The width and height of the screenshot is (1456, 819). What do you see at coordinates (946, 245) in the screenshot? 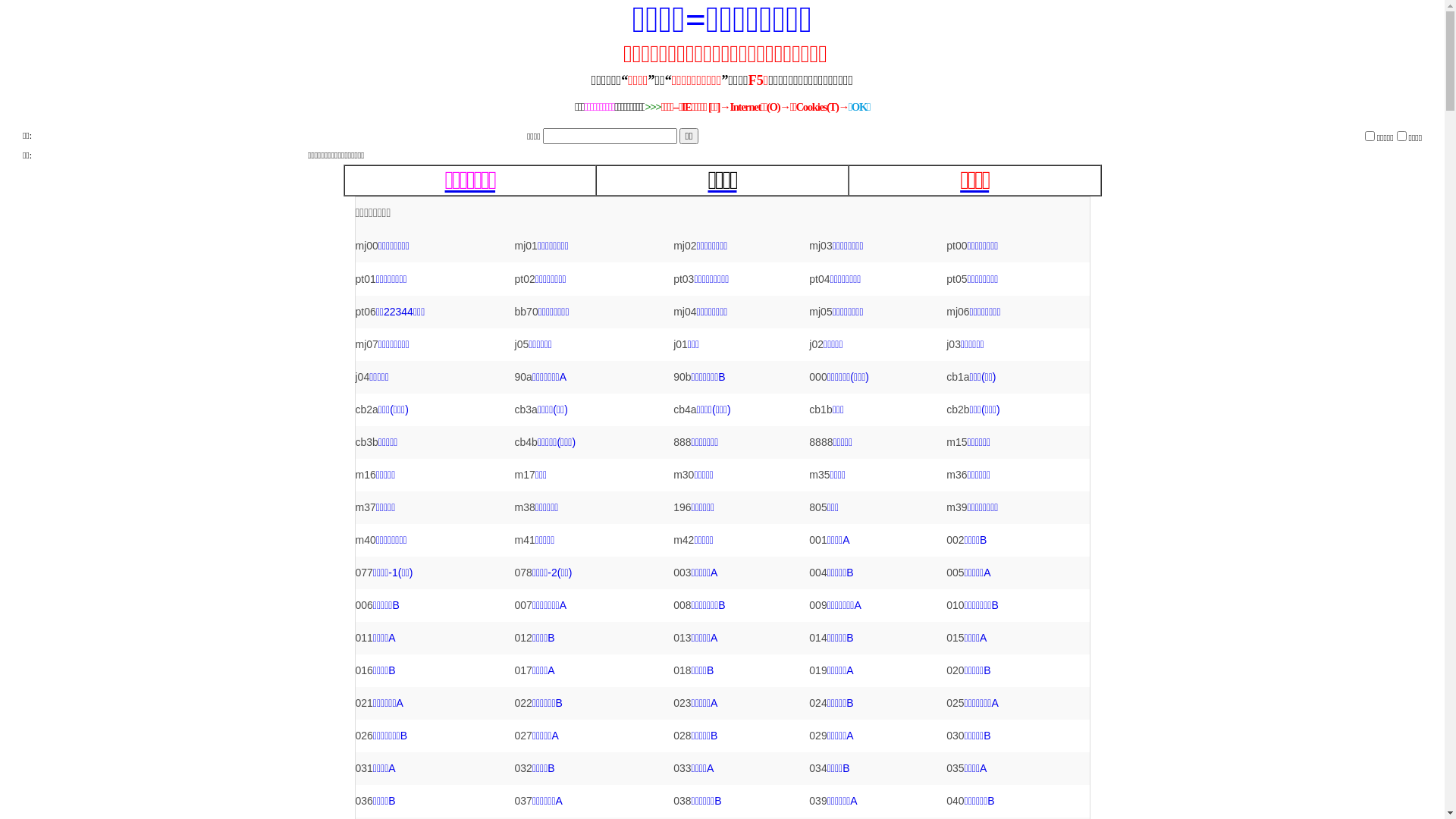
I see `'pt00'` at bounding box center [946, 245].